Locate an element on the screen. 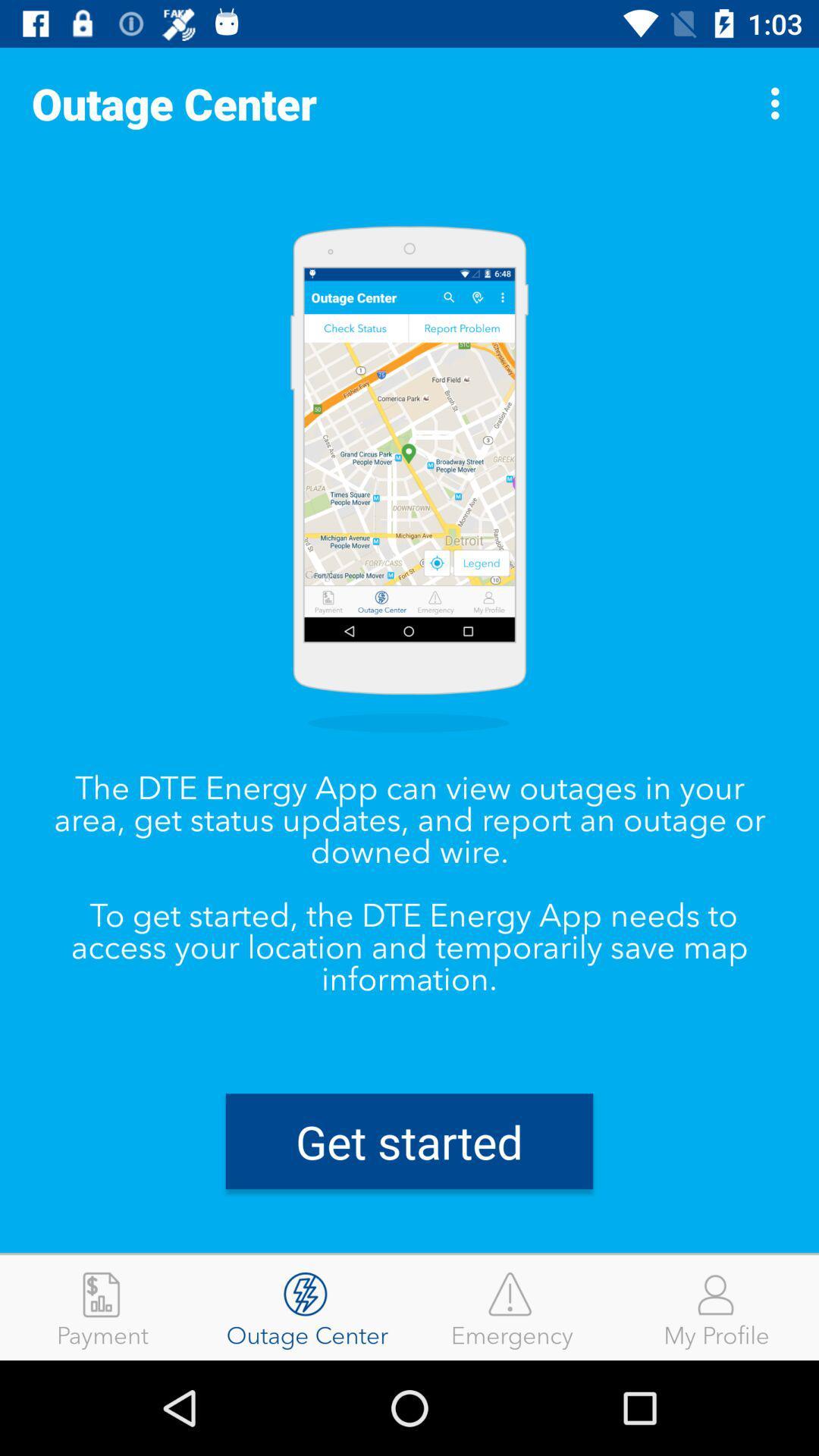 The width and height of the screenshot is (819, 1456). item to the left of the my profile icon is located at coordinates (512, 1307).